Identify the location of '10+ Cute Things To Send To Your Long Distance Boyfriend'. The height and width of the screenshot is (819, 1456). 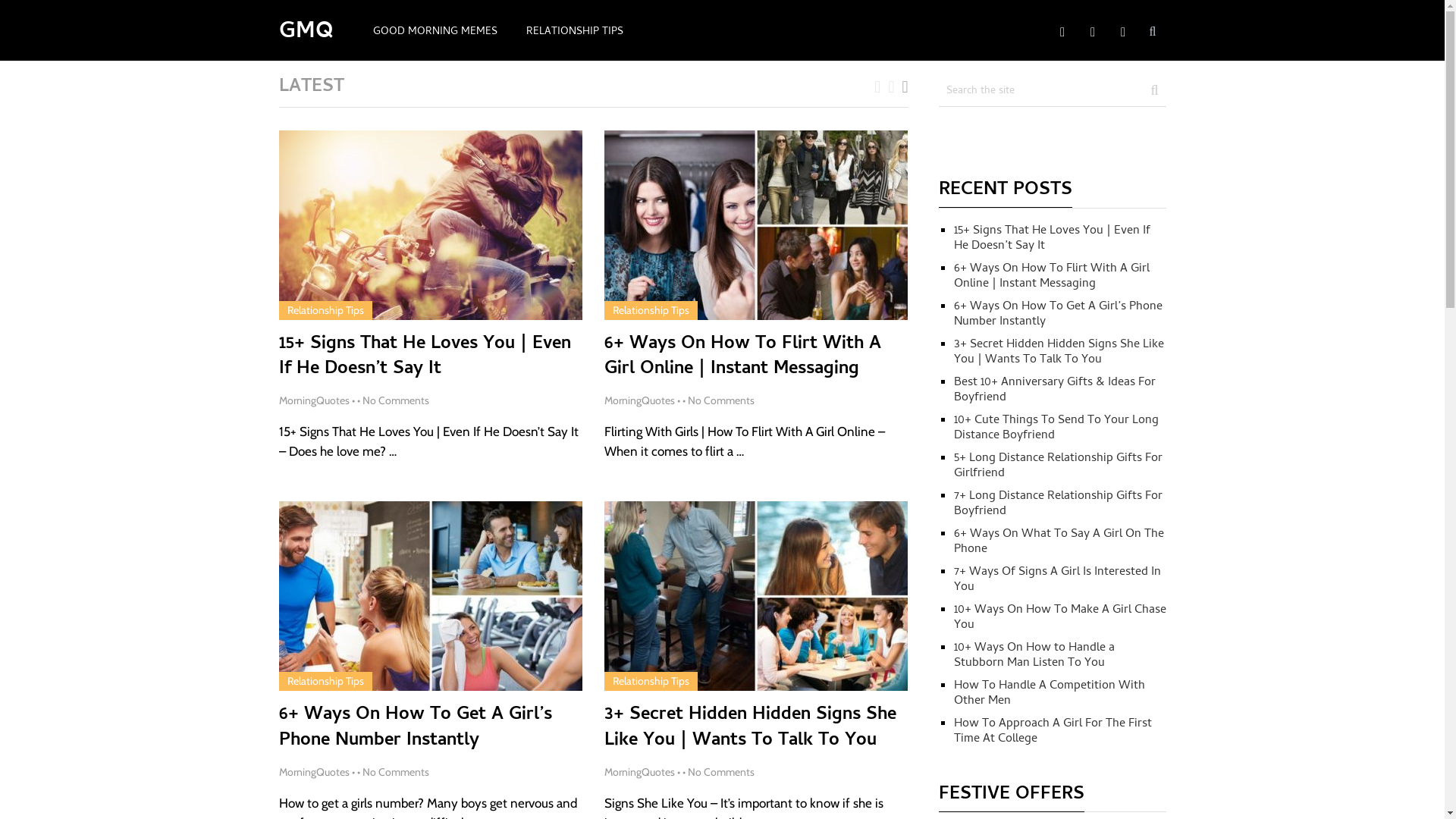
(1055, 428).